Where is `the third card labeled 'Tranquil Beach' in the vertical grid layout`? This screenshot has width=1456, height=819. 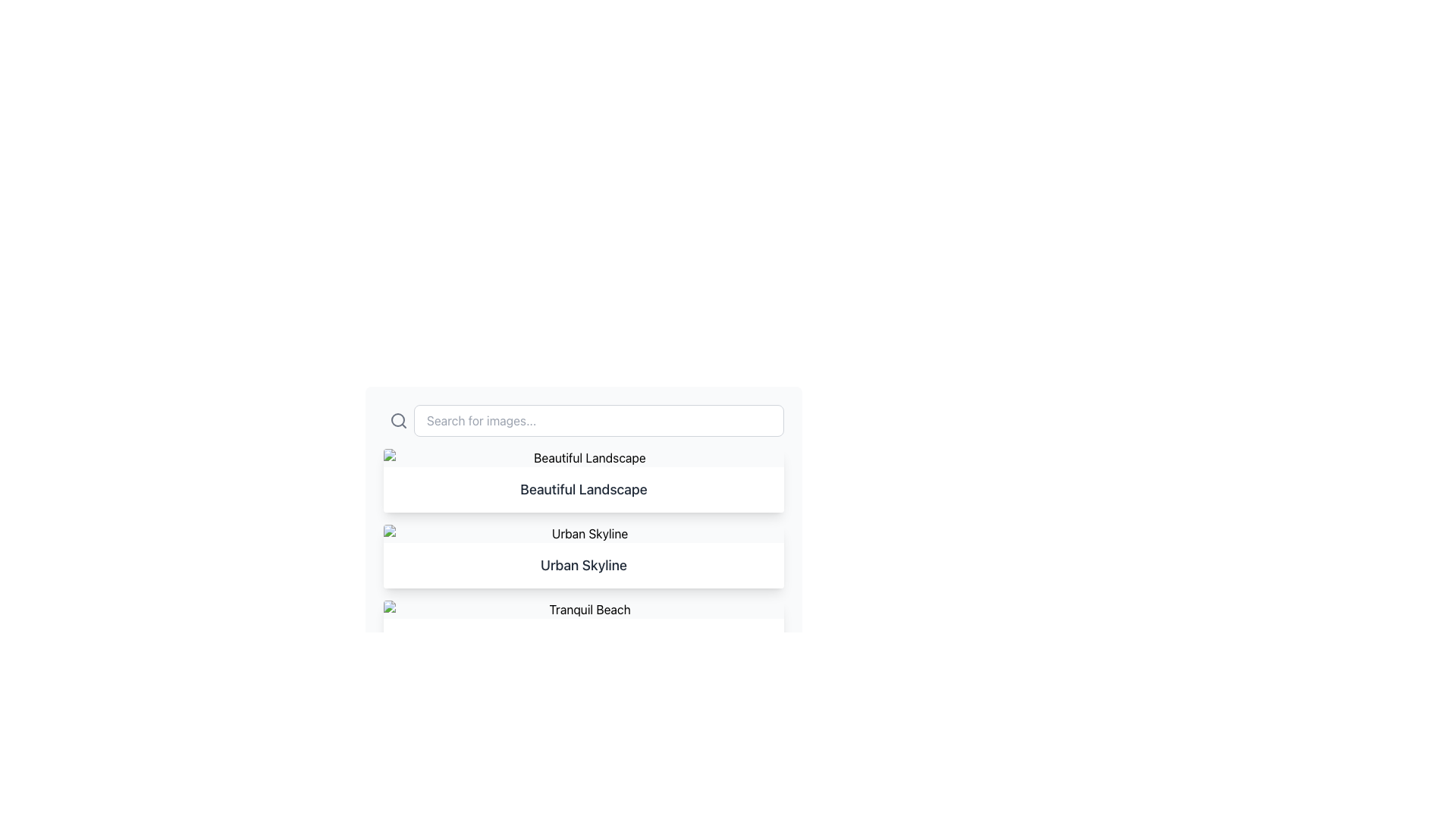 the third card labeled 'Tranquil Beach' in the vertical grid layout is located at coordinates (582, 632).